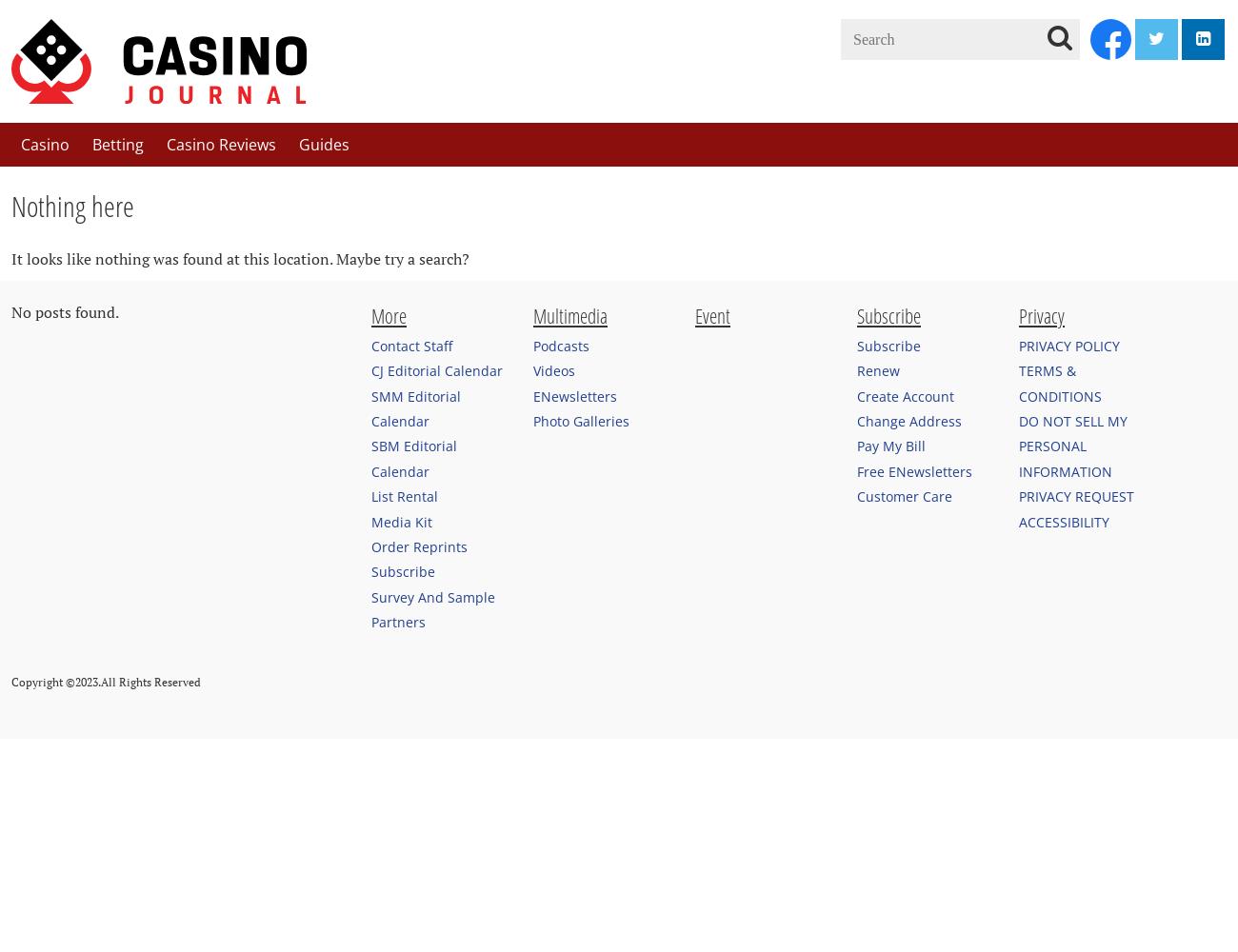  I want to click on 'CJ Editorial Calendar', so click(436, 370).